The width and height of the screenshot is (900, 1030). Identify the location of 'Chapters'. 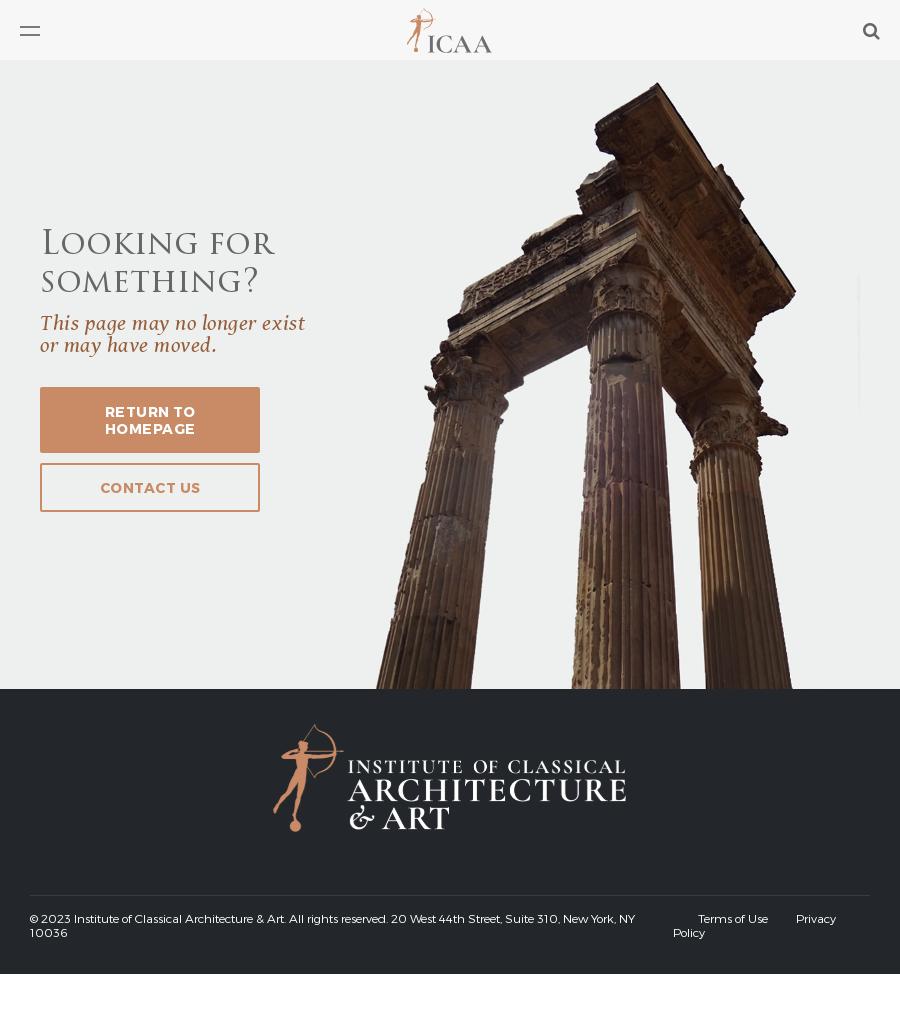
(53, 362).